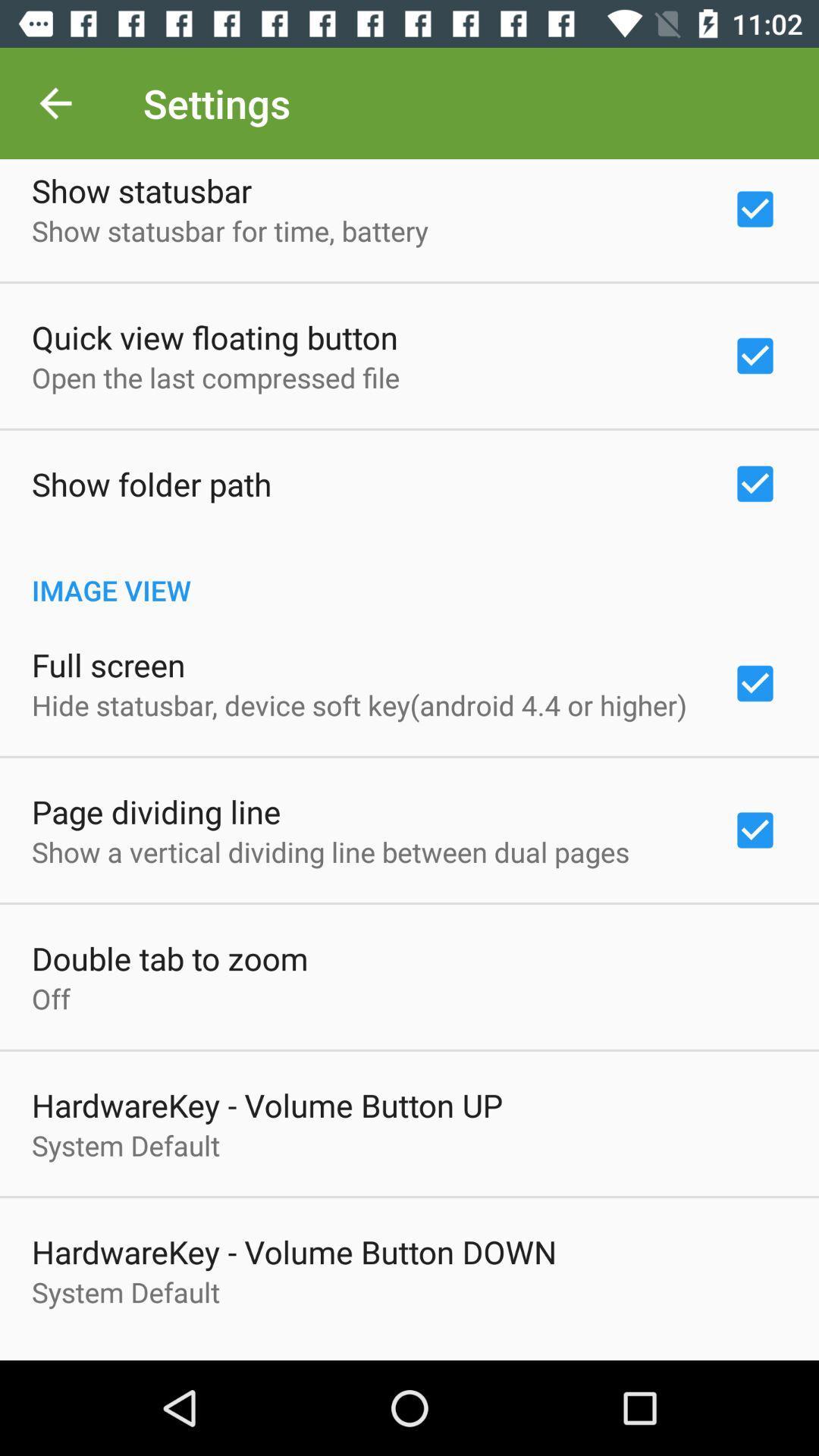 The height and width of the screenshot is (1456, 819). I want to click on item below the show a vertical item, so click(170, 957).